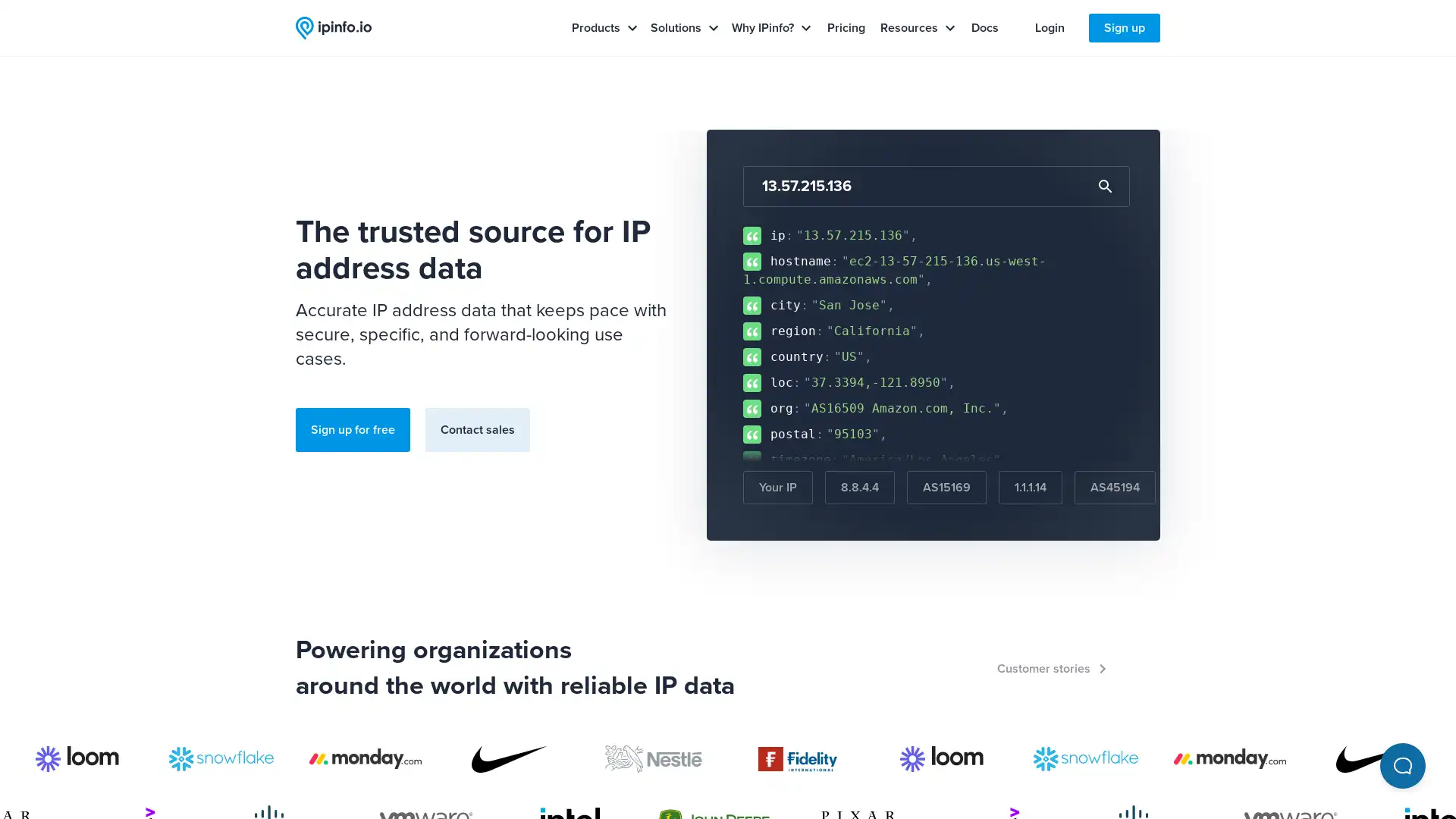 The width and height of the screenshot is (1456, 819). Describe the element at coordinates (1401, 766) in the screenshot. I see `Load Chat` at that location.